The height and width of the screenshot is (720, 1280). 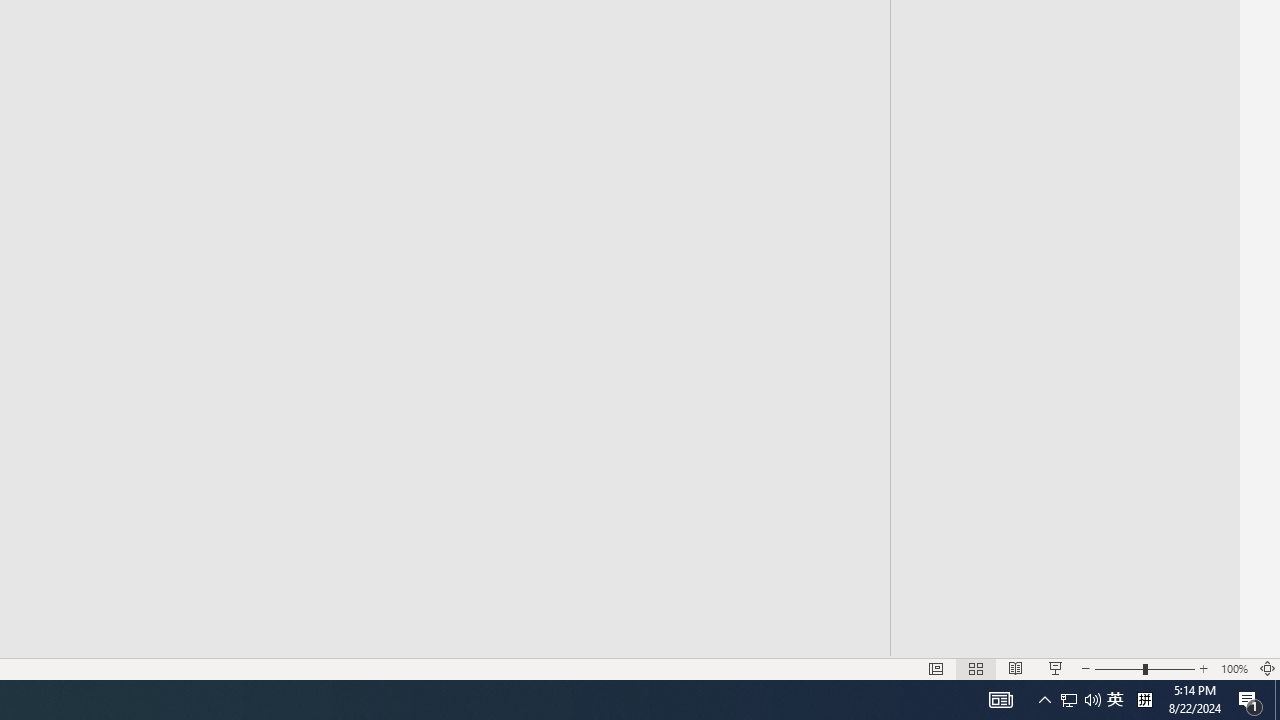 What do you see at coordinates (1233, 669) in the screenshot?
I see `'Zoom 100%'` at bounding box center [1233, 669].